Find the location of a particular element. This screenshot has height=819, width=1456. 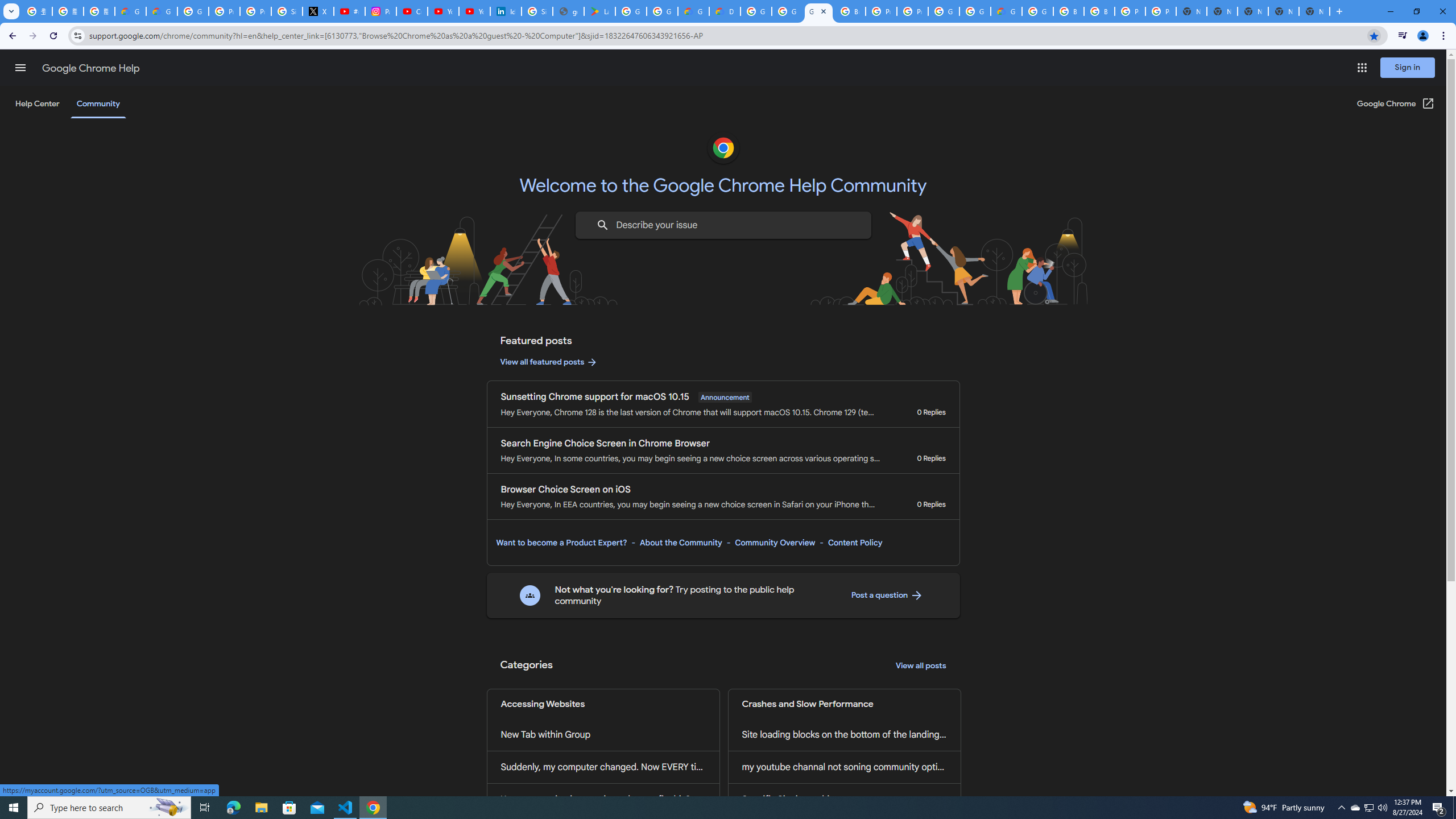

'View all posts' is located at coordinates (920, 666).